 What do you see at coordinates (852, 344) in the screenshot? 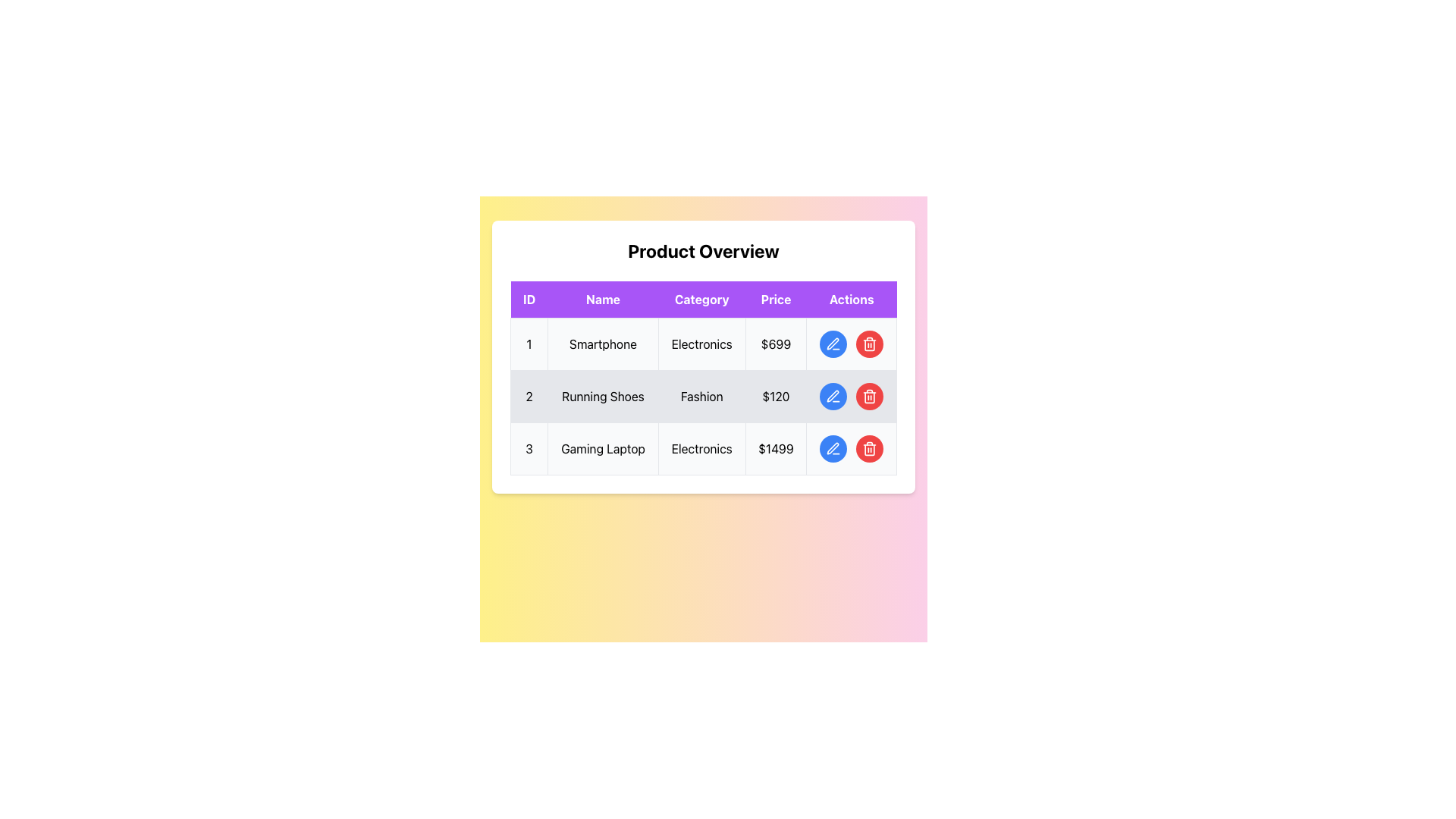
I see `the edit button located in the fifth cell of the first row of the table, which corresponds to the 'Actions' column` at bounding box center [852, 344].